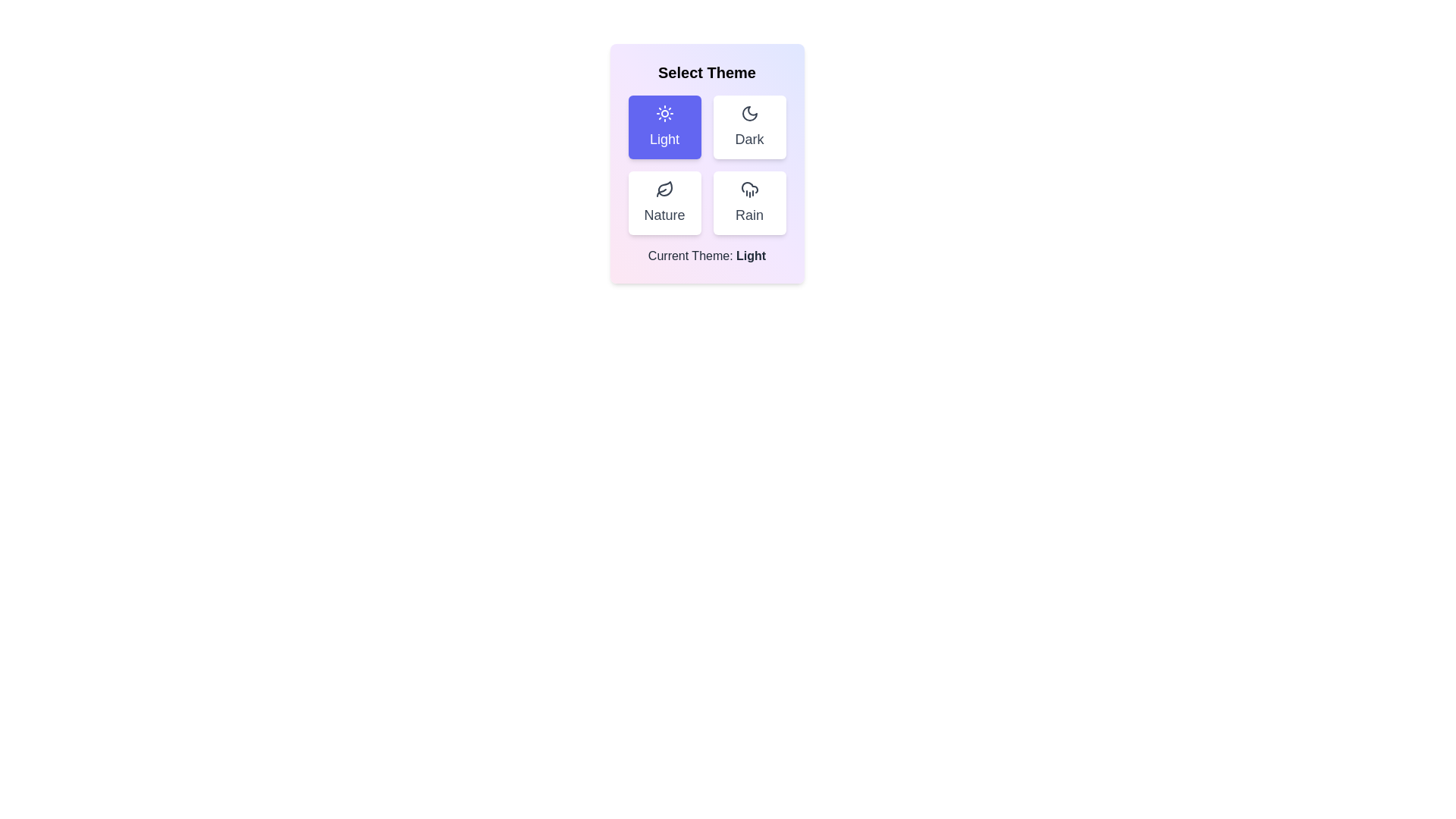 This screenshot has width=1456, height=819. I want to click on the Light button to see its hover effect, so click(664, 127).